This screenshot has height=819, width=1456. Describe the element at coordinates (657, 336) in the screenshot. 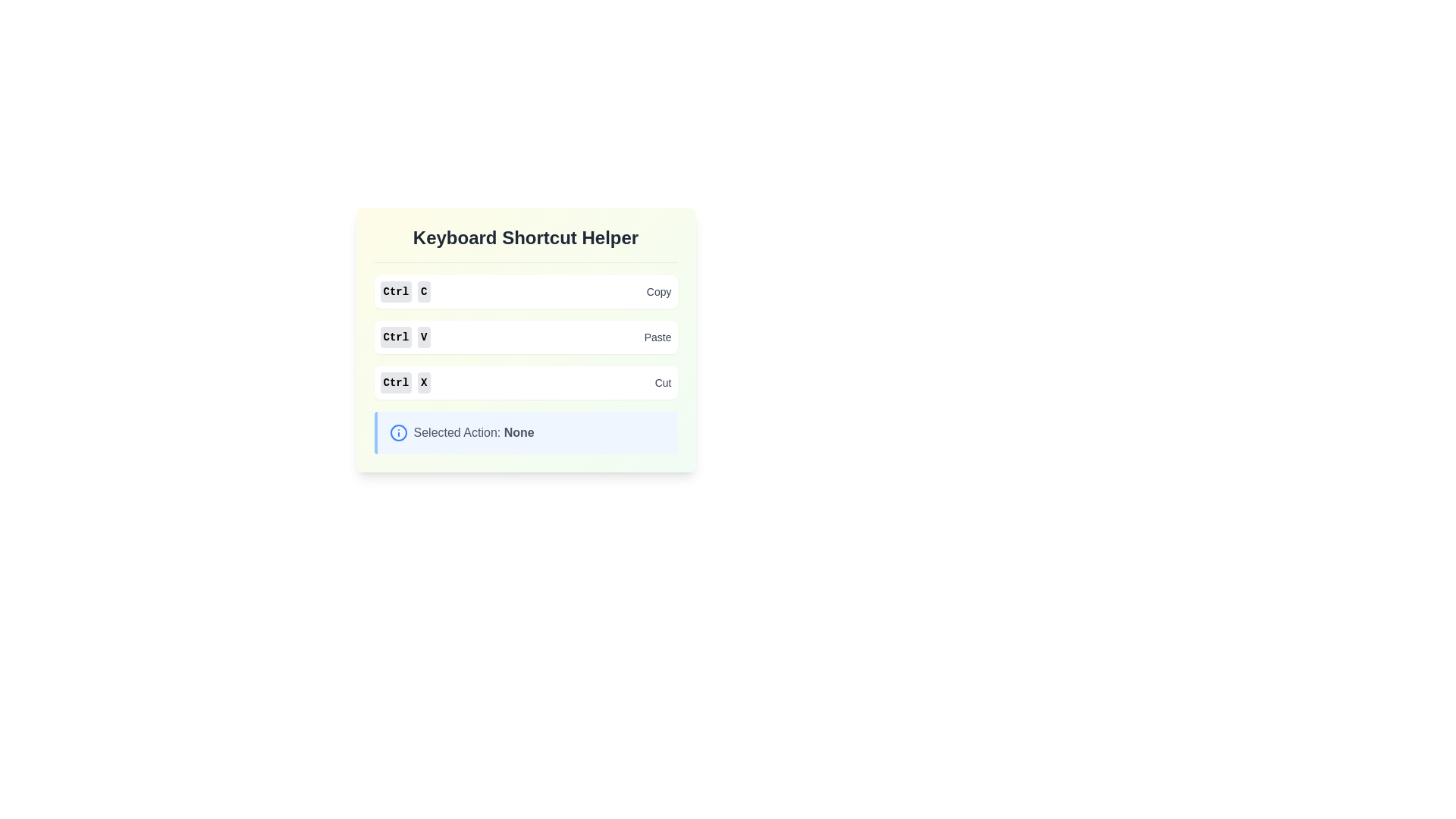

I see `the 'Paste' label, which indicates the action associated with the shortcut keys 'Ctrl' and 'V', positioned in the middle row of the 'Keyboard Shortcut Helper' module` at that location.